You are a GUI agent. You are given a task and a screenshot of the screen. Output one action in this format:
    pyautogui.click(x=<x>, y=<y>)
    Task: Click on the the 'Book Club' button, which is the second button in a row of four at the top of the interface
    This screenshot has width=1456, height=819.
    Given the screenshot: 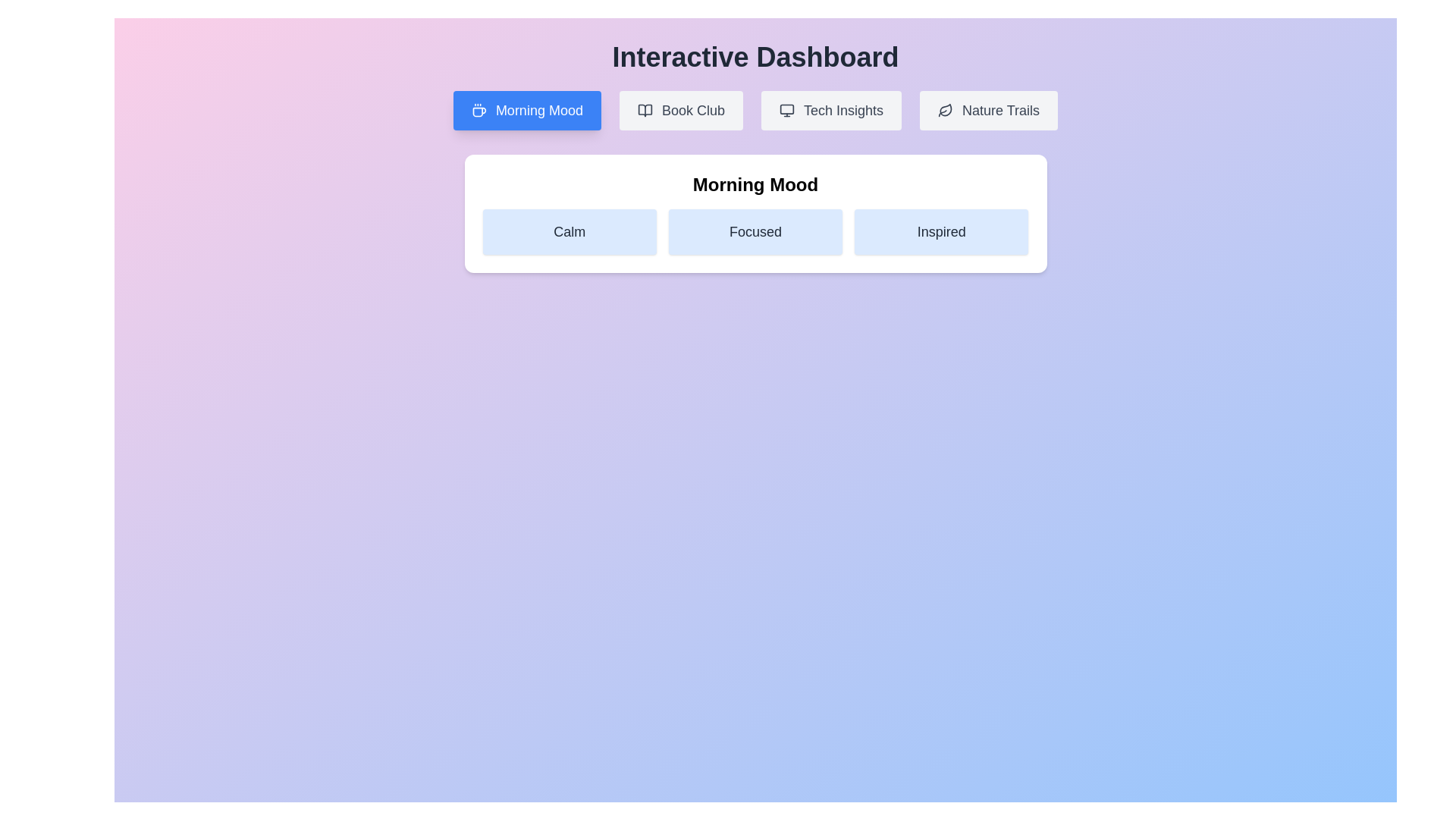 What is the action you would take?
    pyautogui.click(x=680, y=110)
    